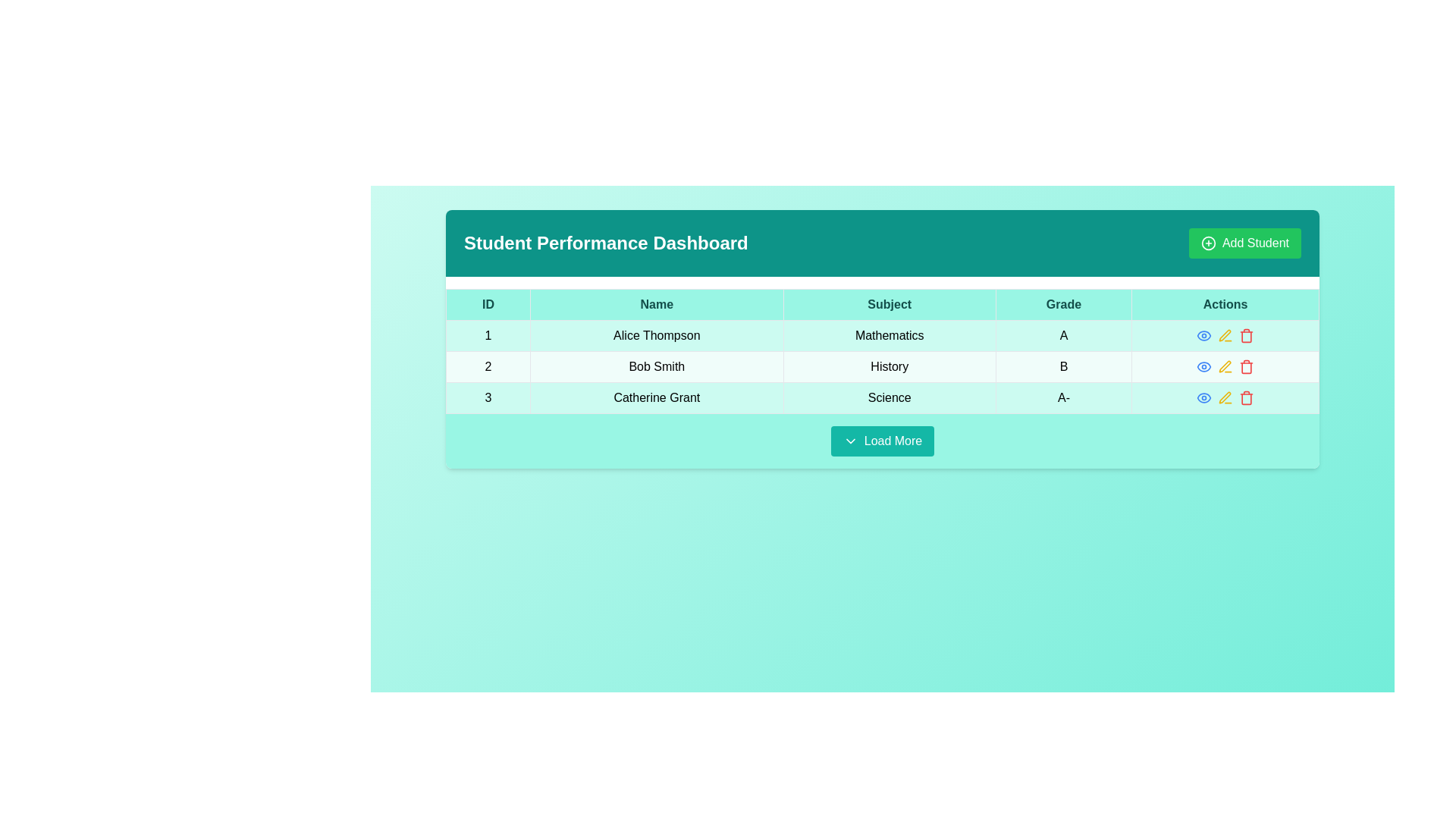 The width and height of the screenshot is (1456, 819). Describe the element at coordinates (890, 366) in the screenshot. I see `the 'History' static text label` at that location.